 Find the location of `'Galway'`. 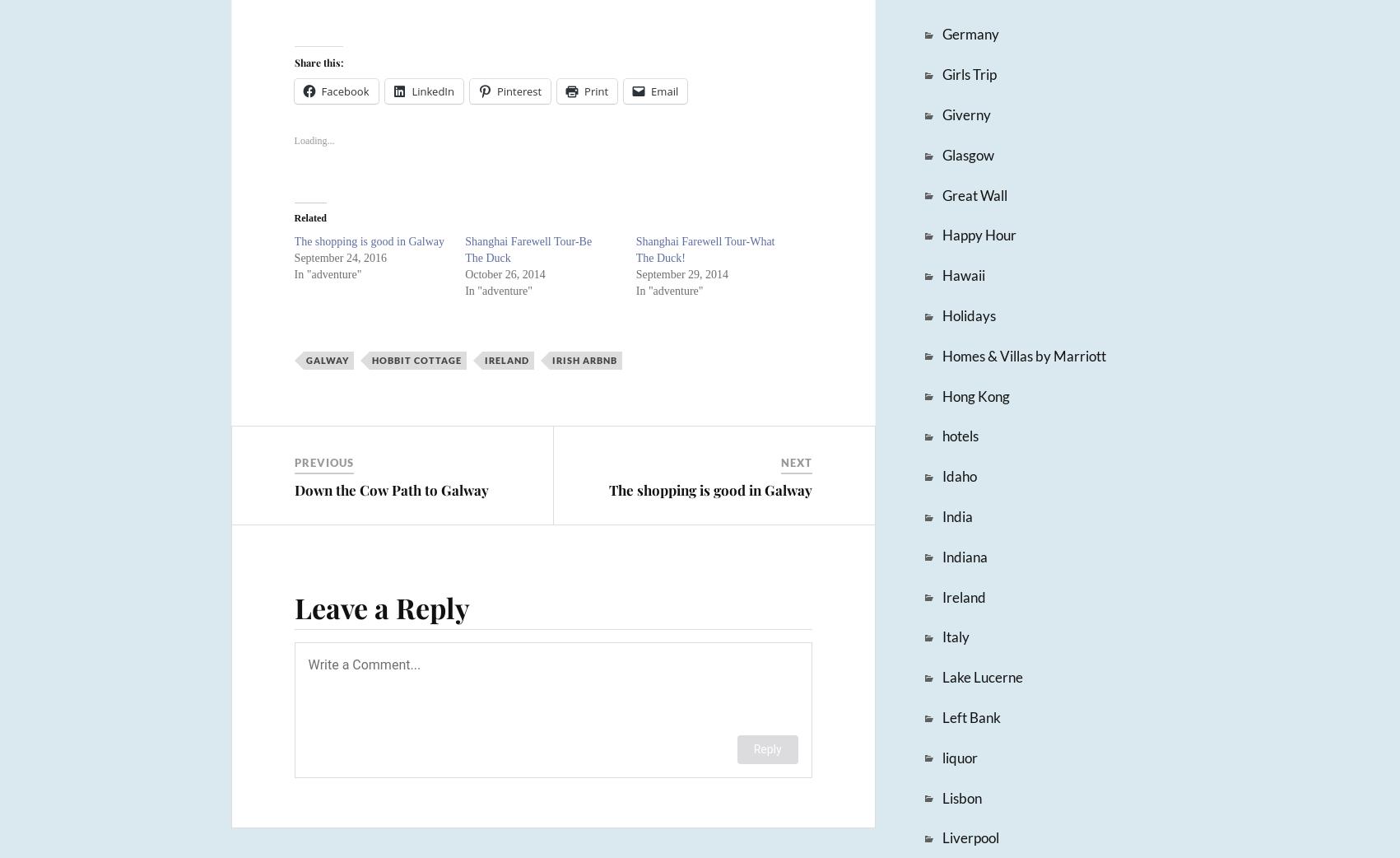

'Galway' is located at coordinates (326, 360).